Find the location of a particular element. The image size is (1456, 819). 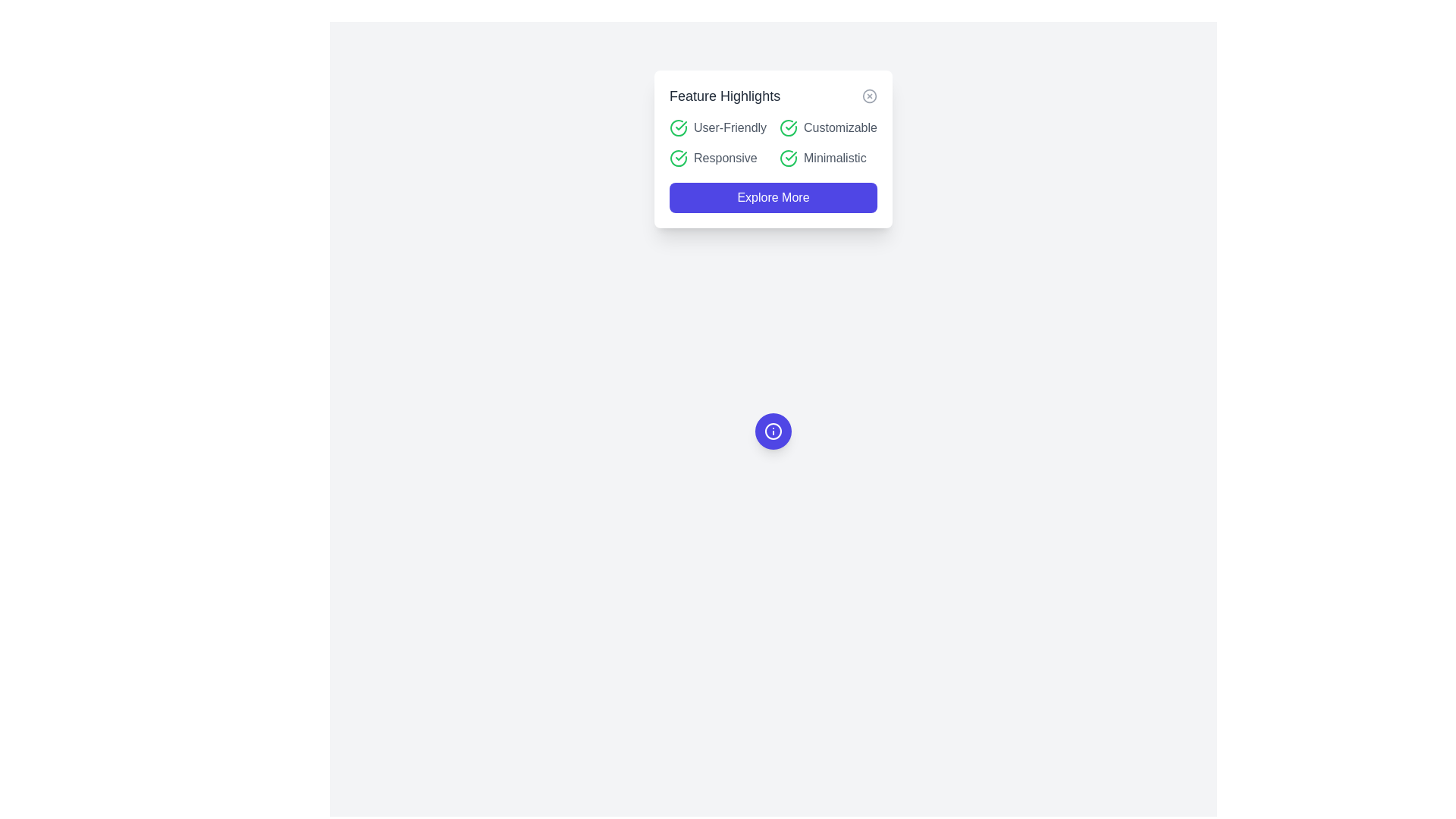

the checkmark icon inside a circle, rendered in bright green, adjacent to the text 'Minimalistic' within the card labeled 'Feature Highlights' is located at coordinates (789, 158).